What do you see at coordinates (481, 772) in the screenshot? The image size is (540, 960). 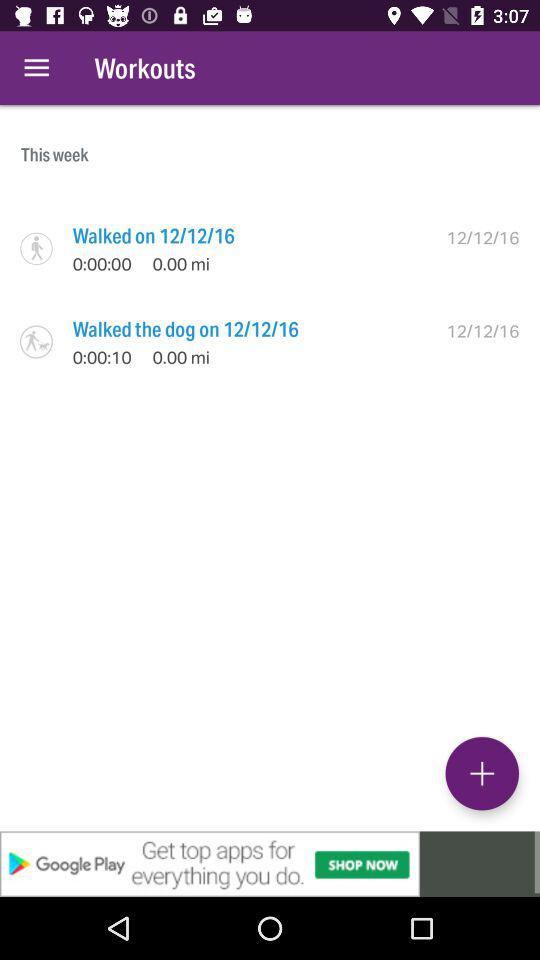 I see `new workout` at bounding box center [481, 772].